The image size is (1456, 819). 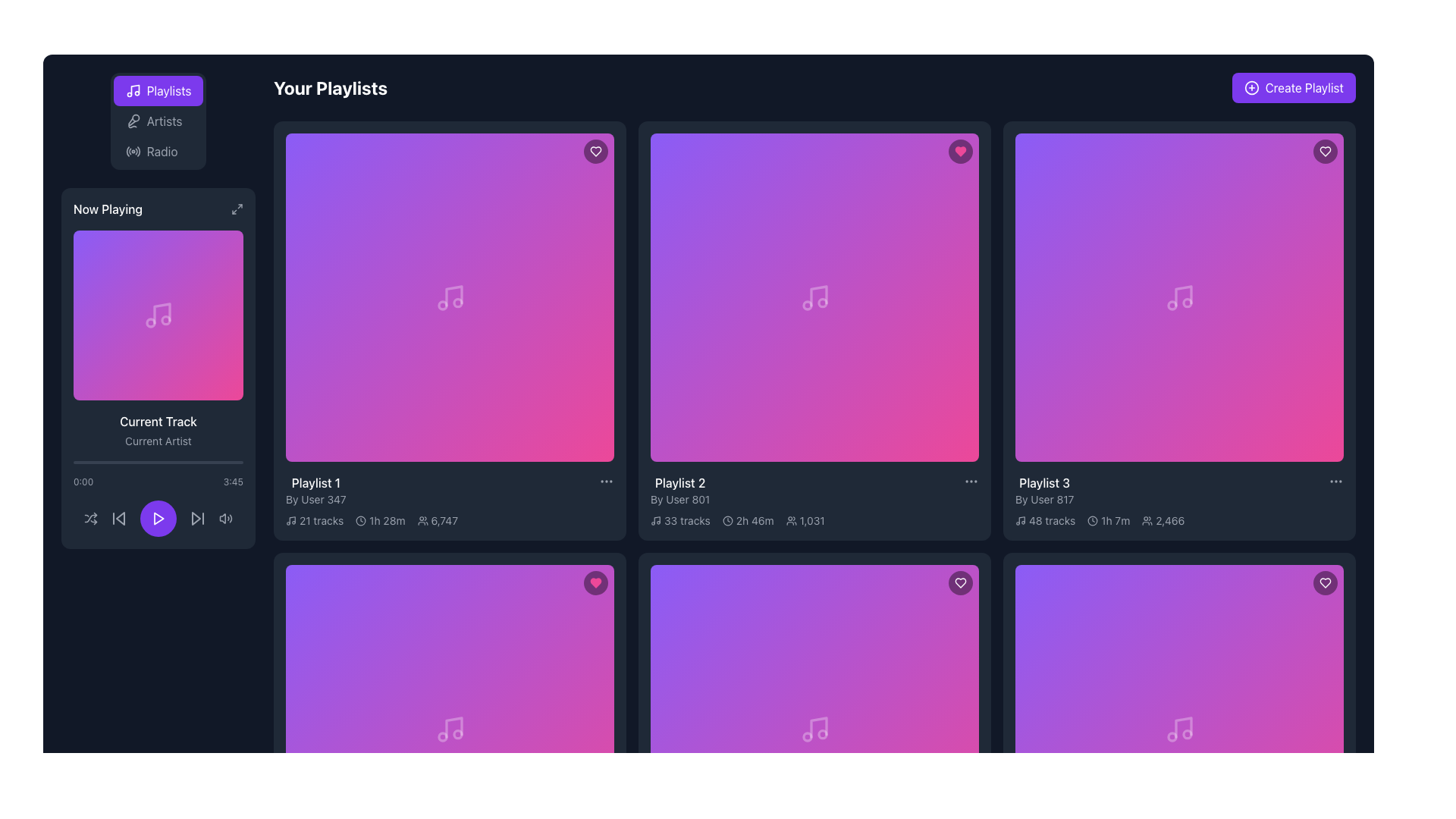 I want to click on 'Current Artist' label, which is styled in a smaller, light gray font and located below the 'Current Track' title in the 'Now Playing' section, so click(x=158, y=441).